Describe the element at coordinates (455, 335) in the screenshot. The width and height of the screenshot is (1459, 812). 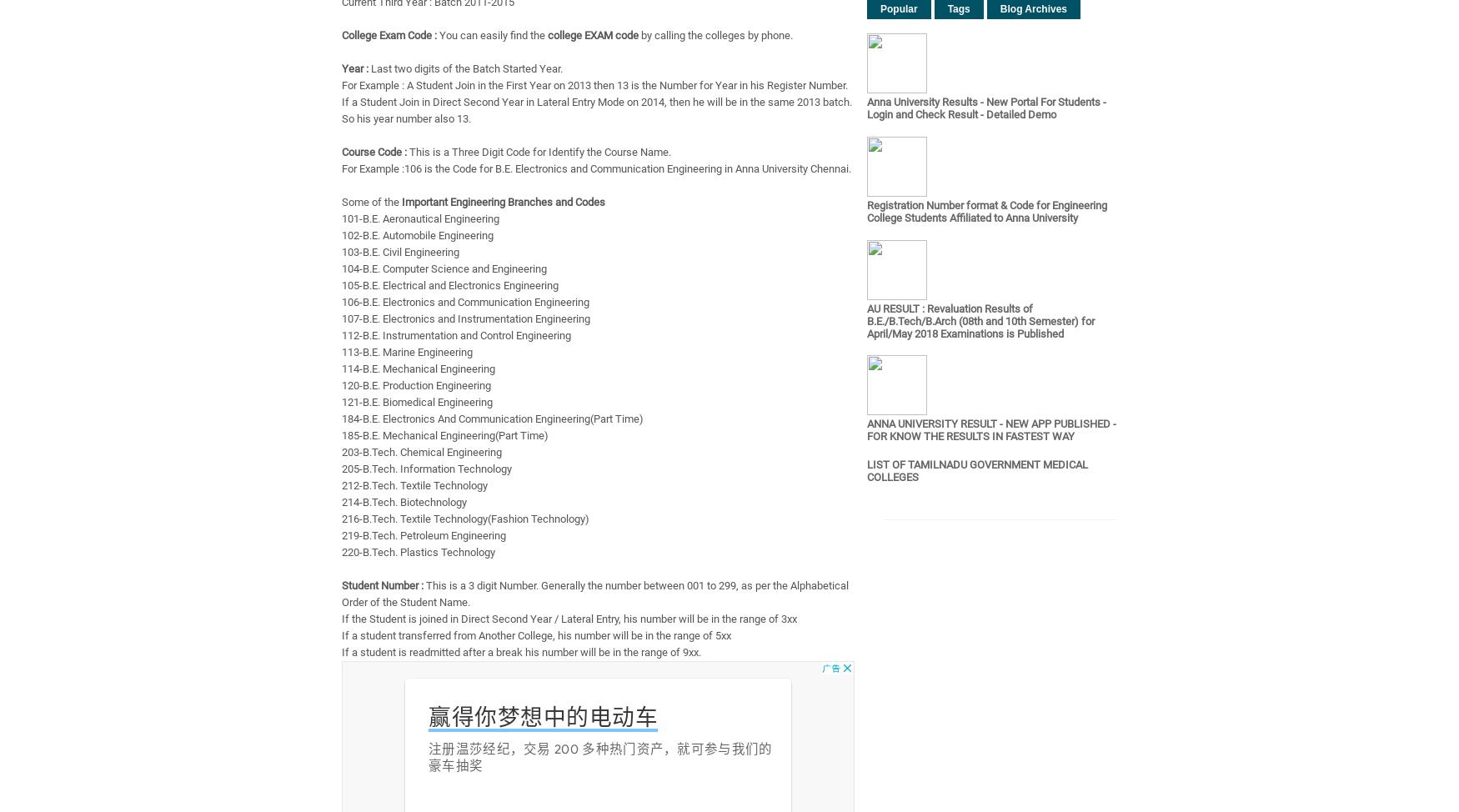
I see `'112-B.E. Instrumentation and Control Engineering'` at that location.